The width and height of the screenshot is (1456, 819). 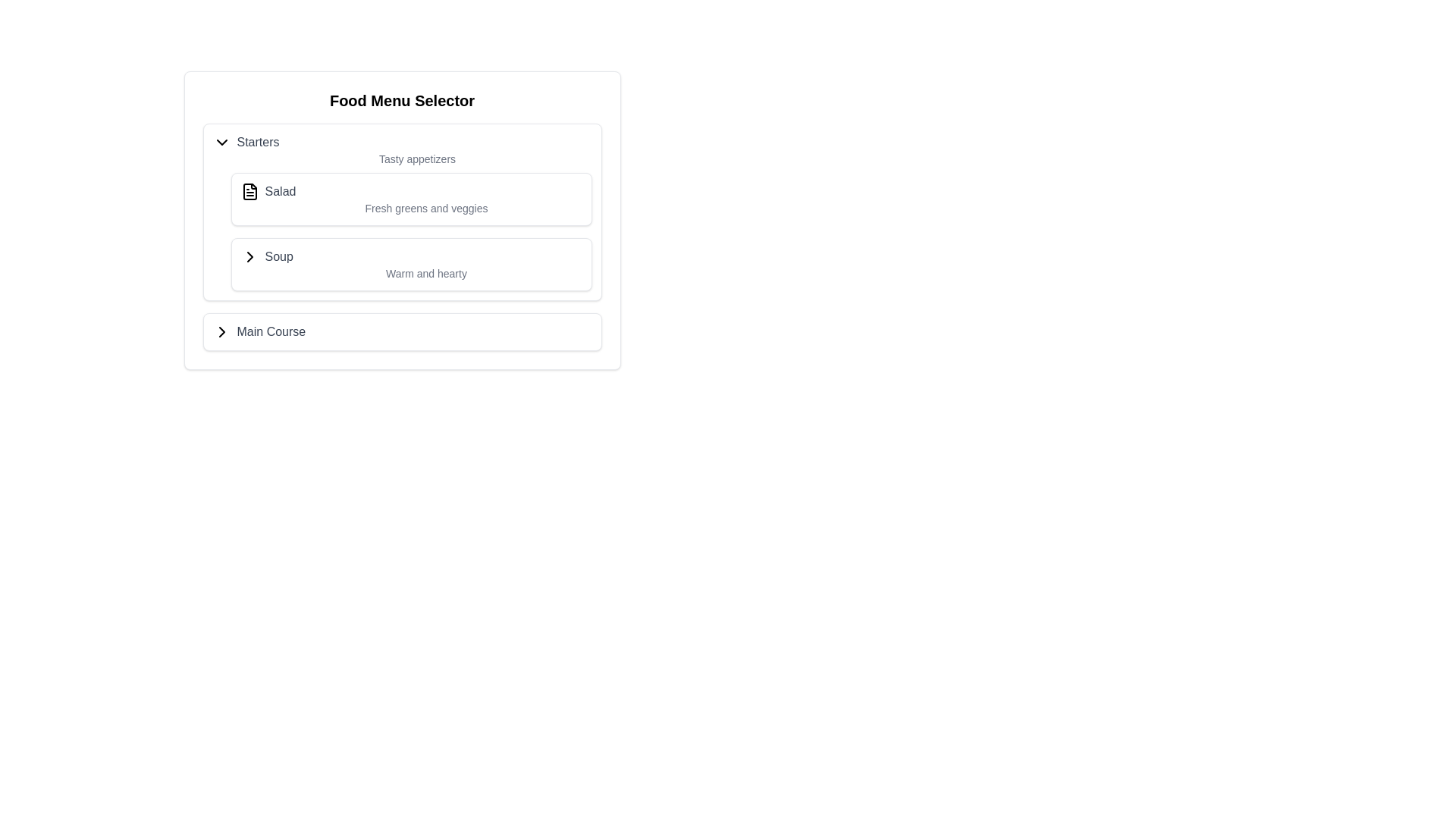 What do you see at coordinates (402, 331) in the screenshot?
I see `the 'Main Course' selectable menu category item located under the 'Food Menu Selector' section` at bounding box center [402, 331].